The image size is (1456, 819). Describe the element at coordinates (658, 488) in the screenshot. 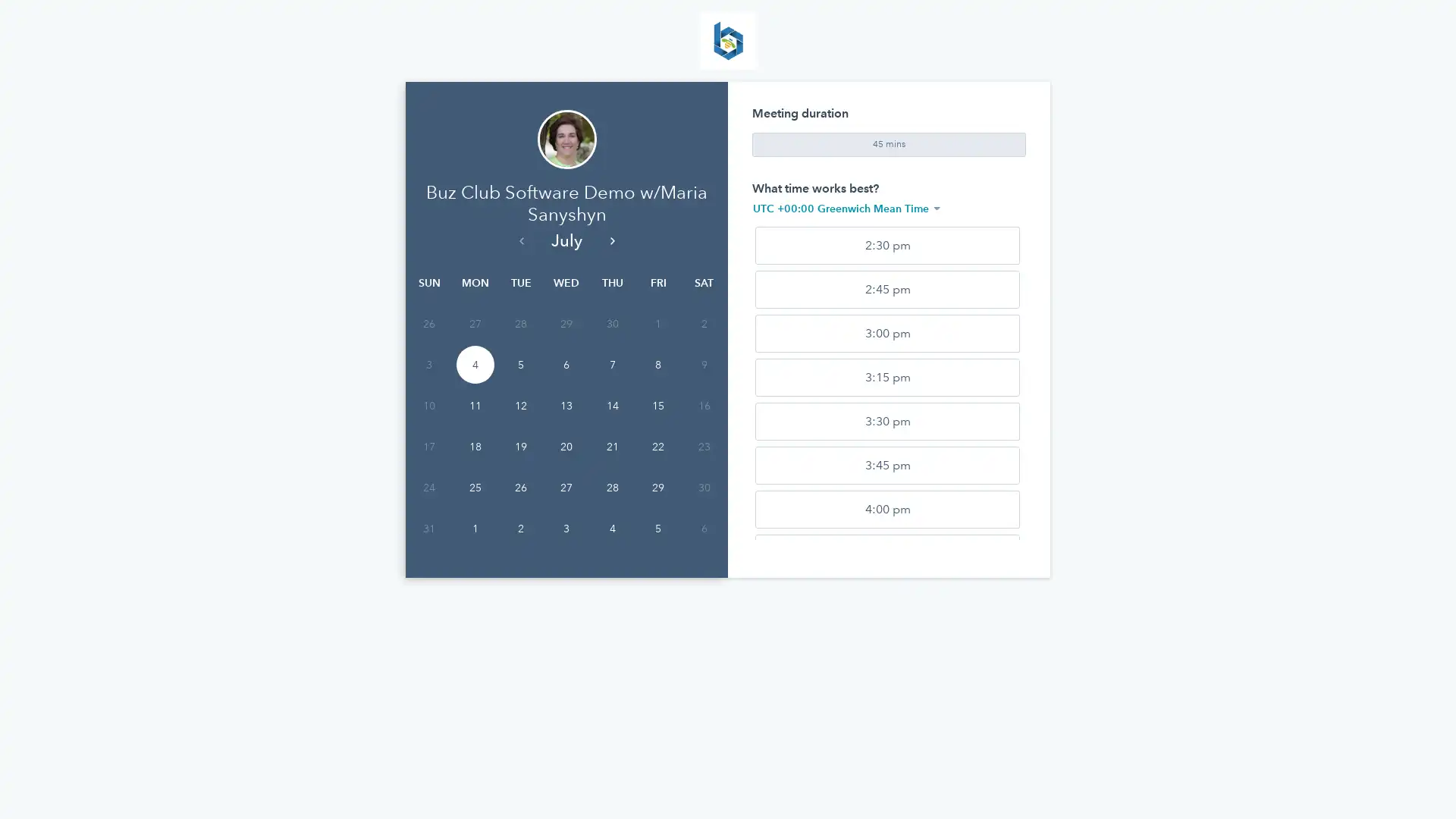

I see `July 29th` at that location.